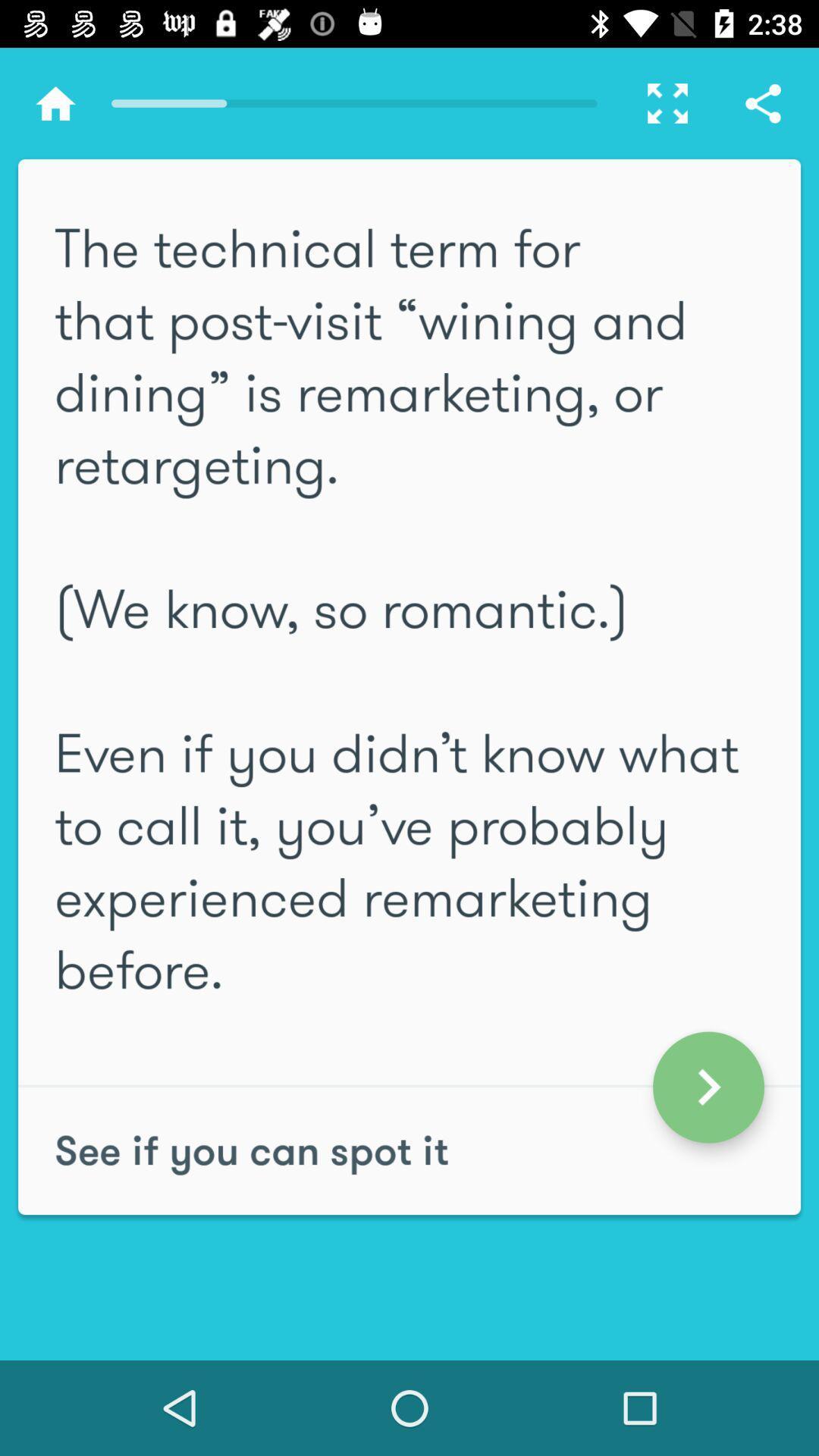 The width and height of the screenshot is (819, 1456). Describe the element at coordinates (659, 102) in the screenshot. I see `the fullscreen icon` at that location.